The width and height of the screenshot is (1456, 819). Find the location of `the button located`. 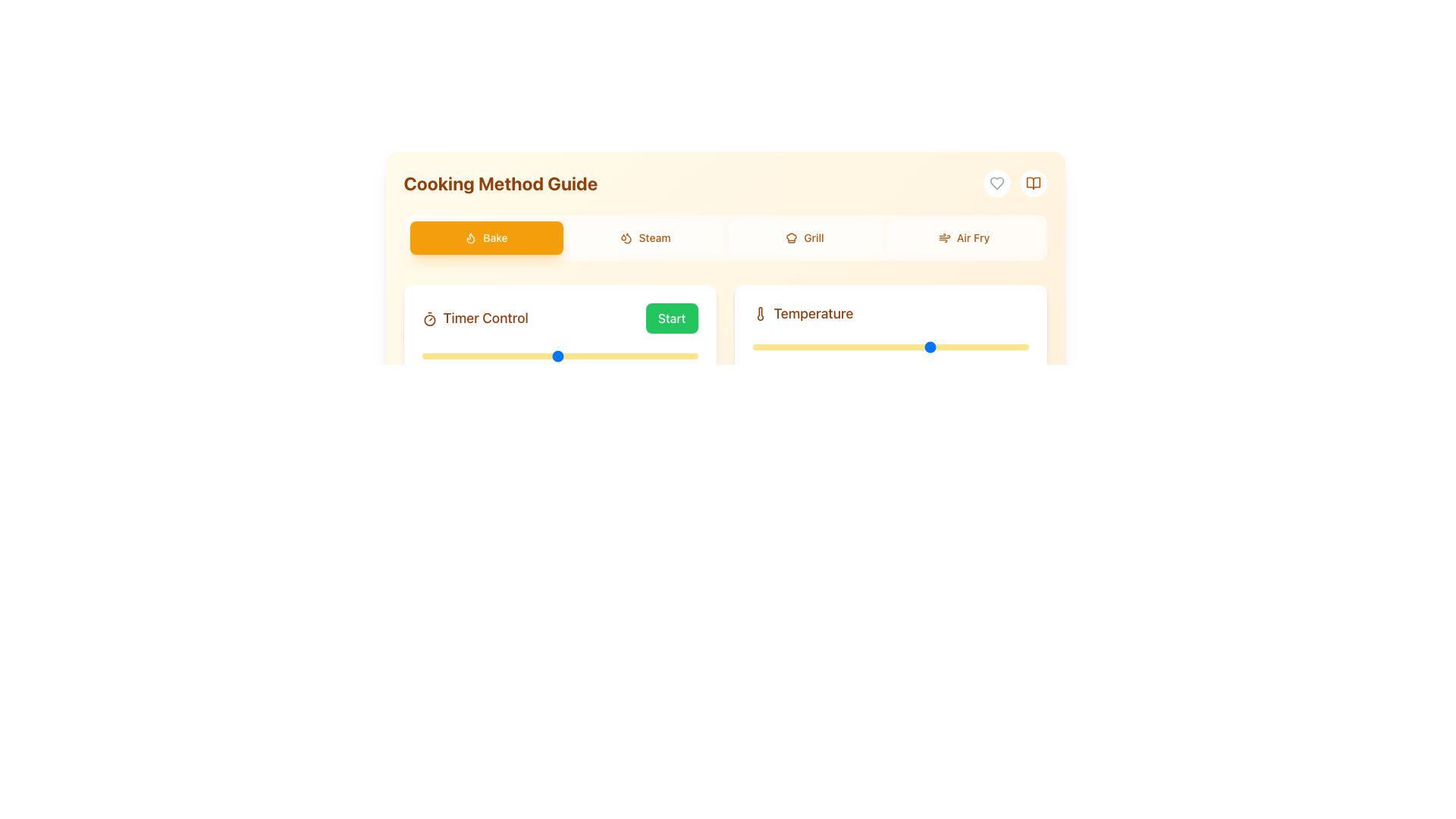

the button located is located at coordinates (1032, 183).